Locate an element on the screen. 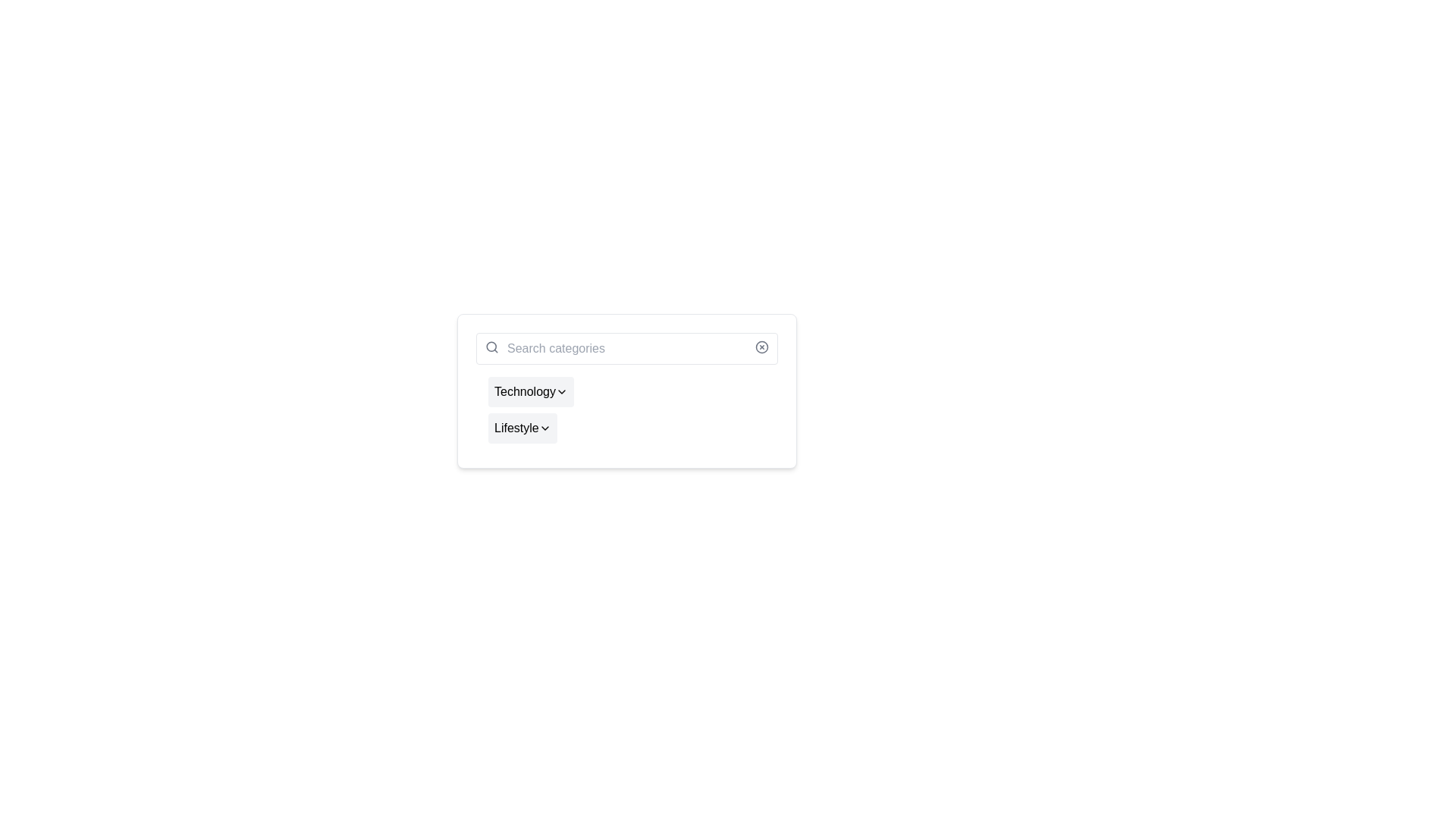 The image size is (1456, 819). the circle element with a cross mark inside, located at the right end of the search bar component is located at coordinates (761, 347).